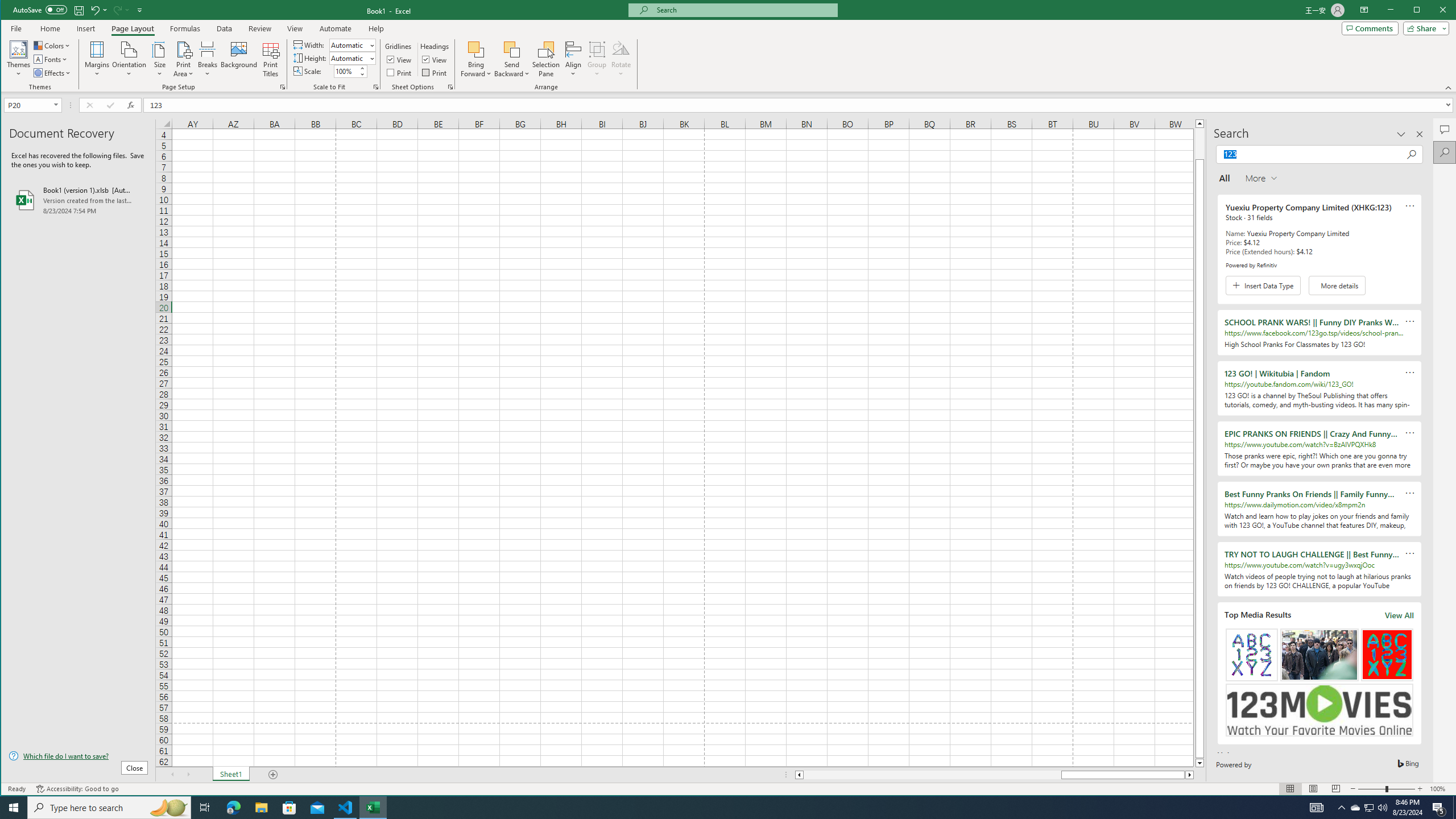  I want to click on 'Sheet Options', so click(449, 87).